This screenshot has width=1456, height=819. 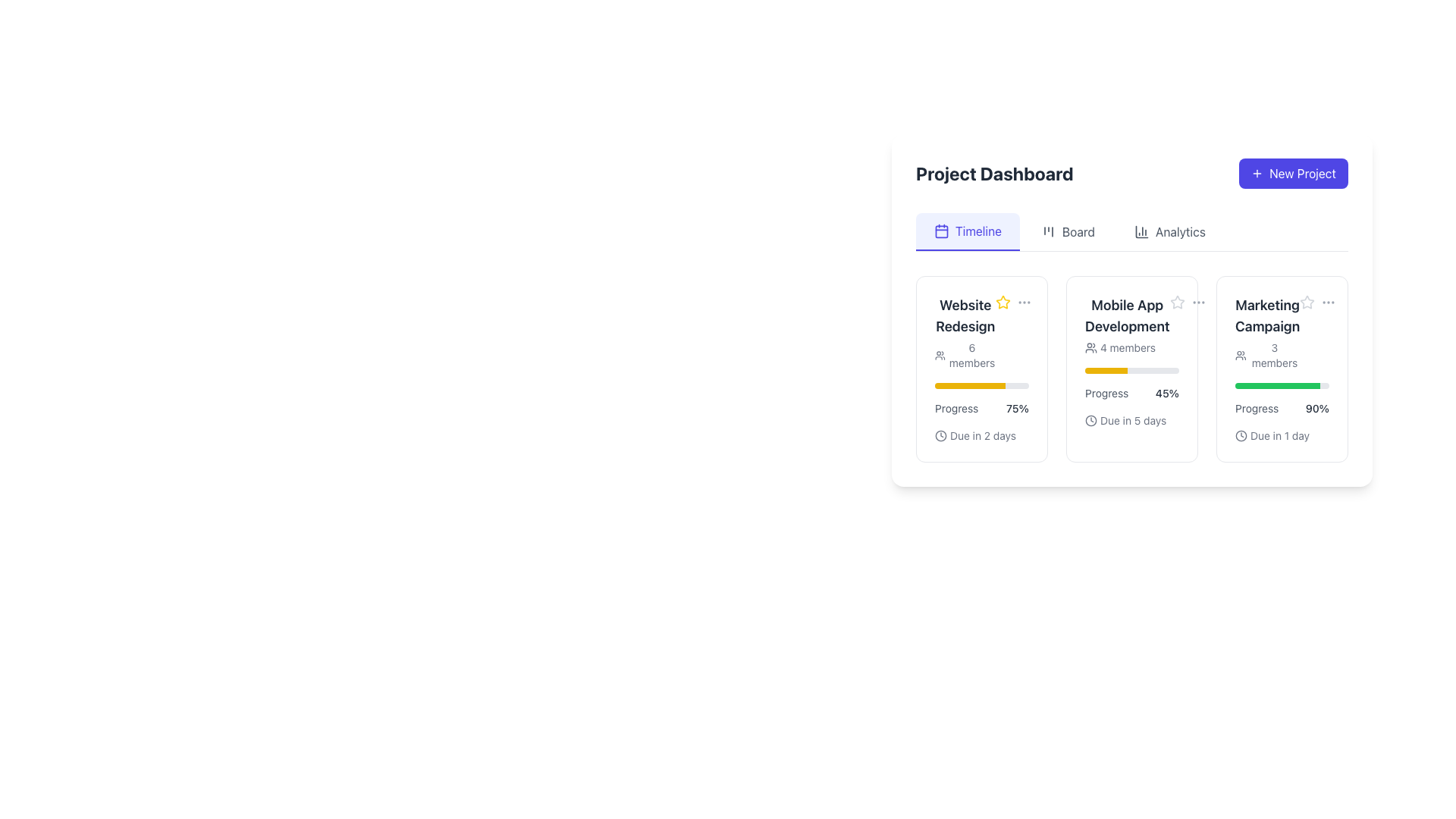 I want to click on the small circular gray clock icon located to the left of the text 'Due in 1 day' within the 'Marketing Campaign' card on the 'Project Dashboard', so click(x=1241, y=435).